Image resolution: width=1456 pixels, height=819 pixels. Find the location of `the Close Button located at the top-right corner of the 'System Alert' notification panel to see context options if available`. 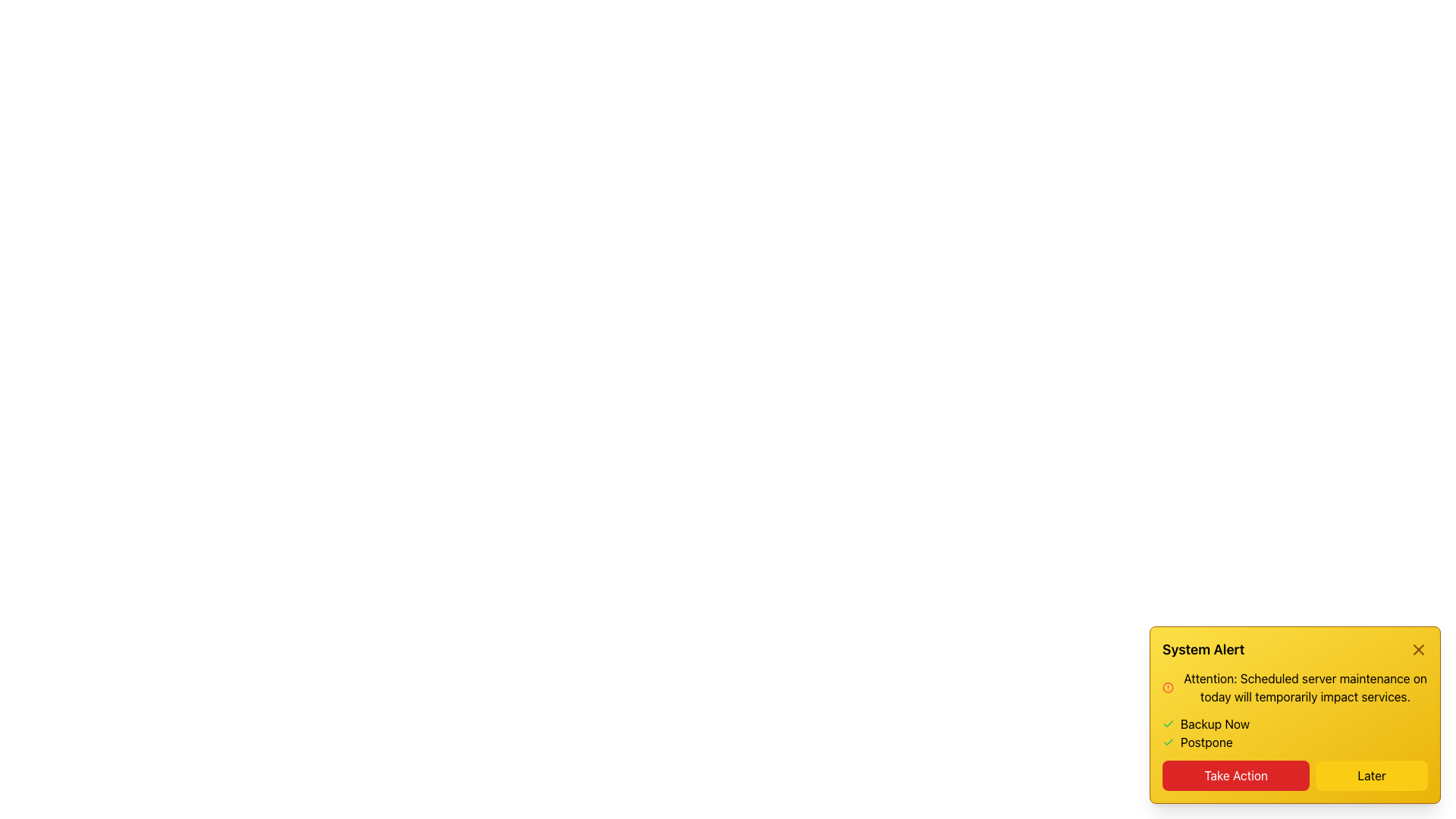

the Close Button located at the top-right corner of the 'System Alert' notification panel to see context options if available is located at coordinates (1418, 648).